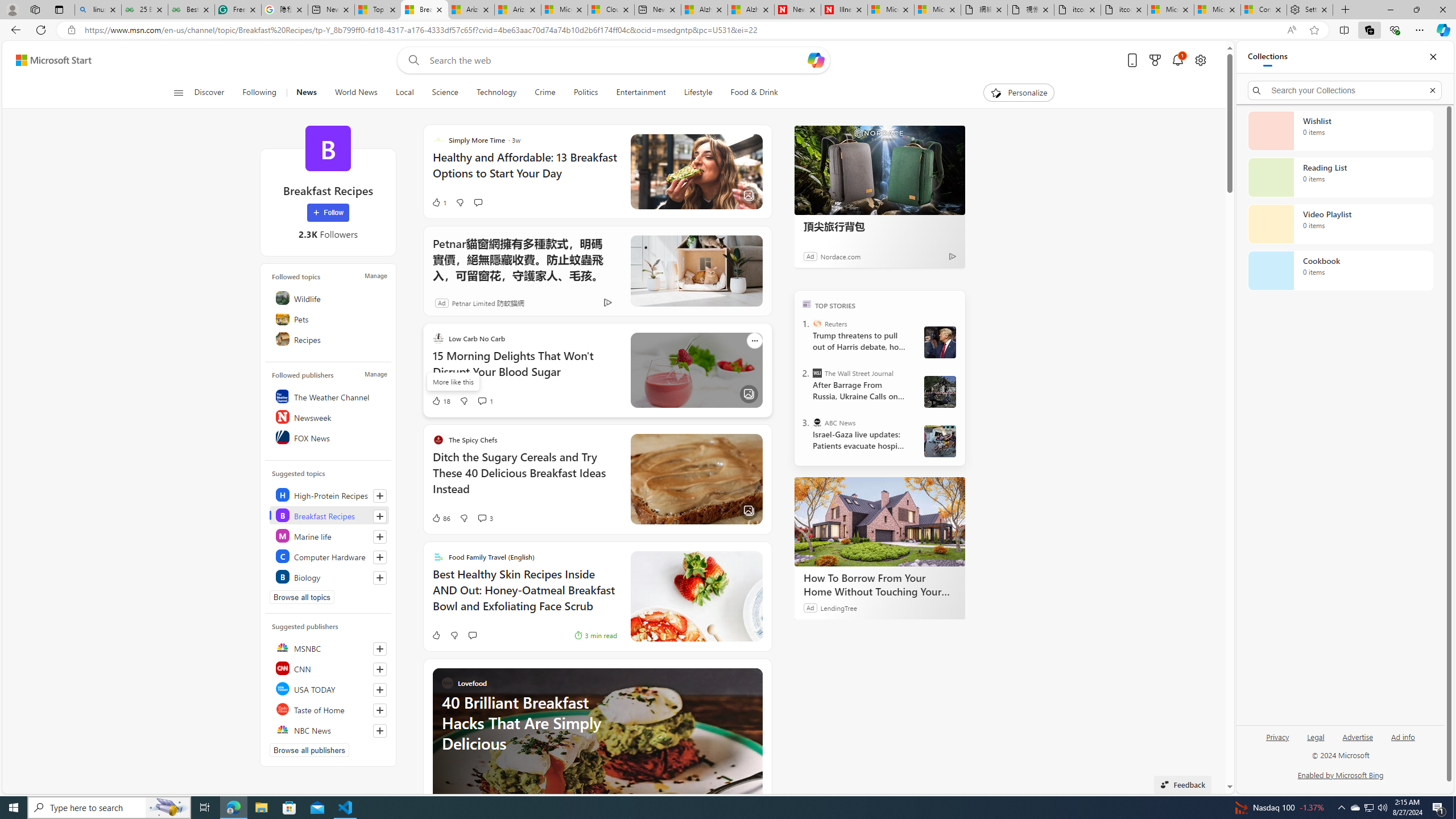  What do you see at coordinates (816, 372) in the screenshot?
I see `'The Wall Street Journal'` at bounding box center [816, 372].